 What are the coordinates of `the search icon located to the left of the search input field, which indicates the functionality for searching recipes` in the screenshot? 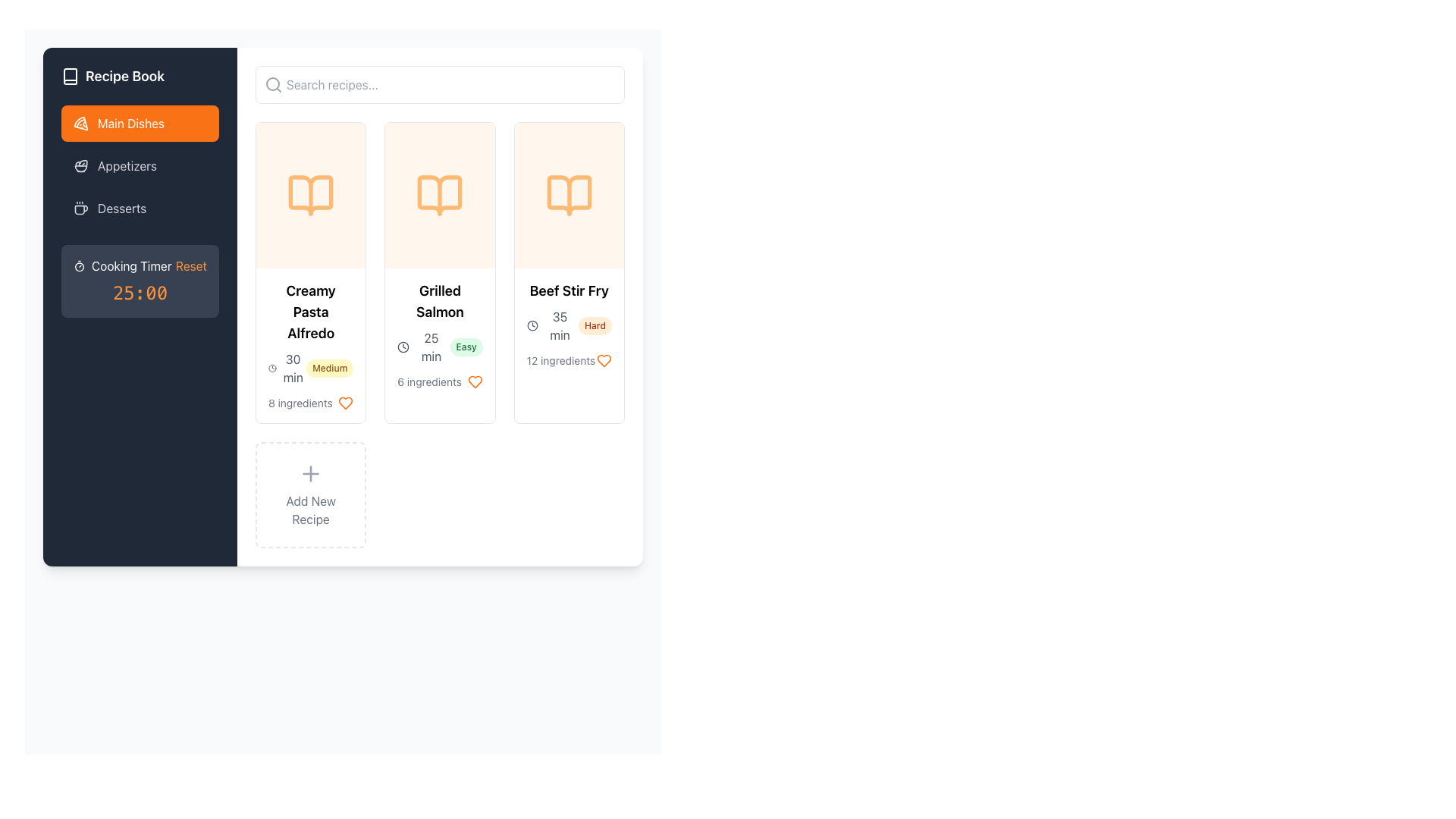 It's located at (273, 84).